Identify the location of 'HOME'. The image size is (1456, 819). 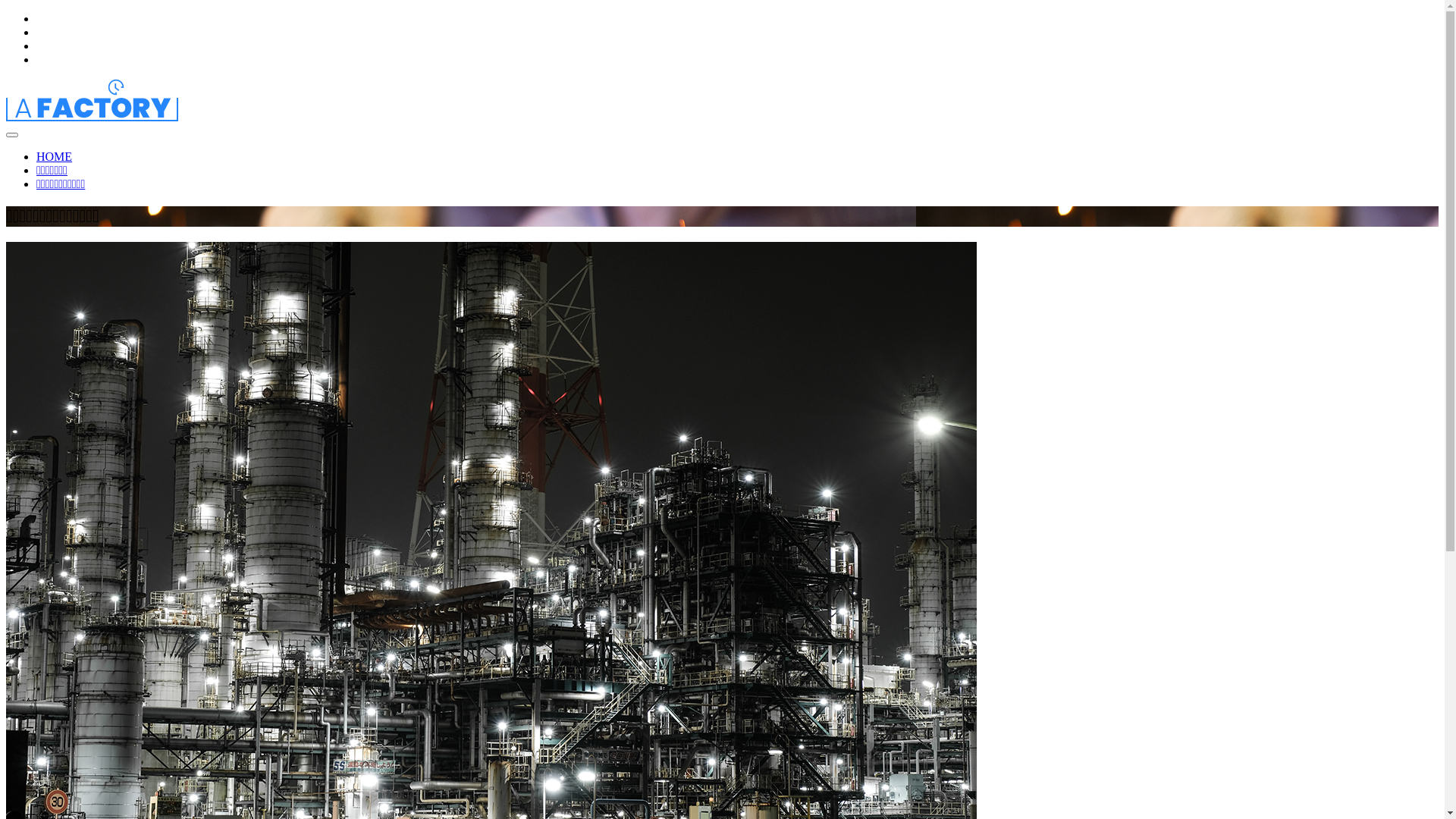
(36, 156).